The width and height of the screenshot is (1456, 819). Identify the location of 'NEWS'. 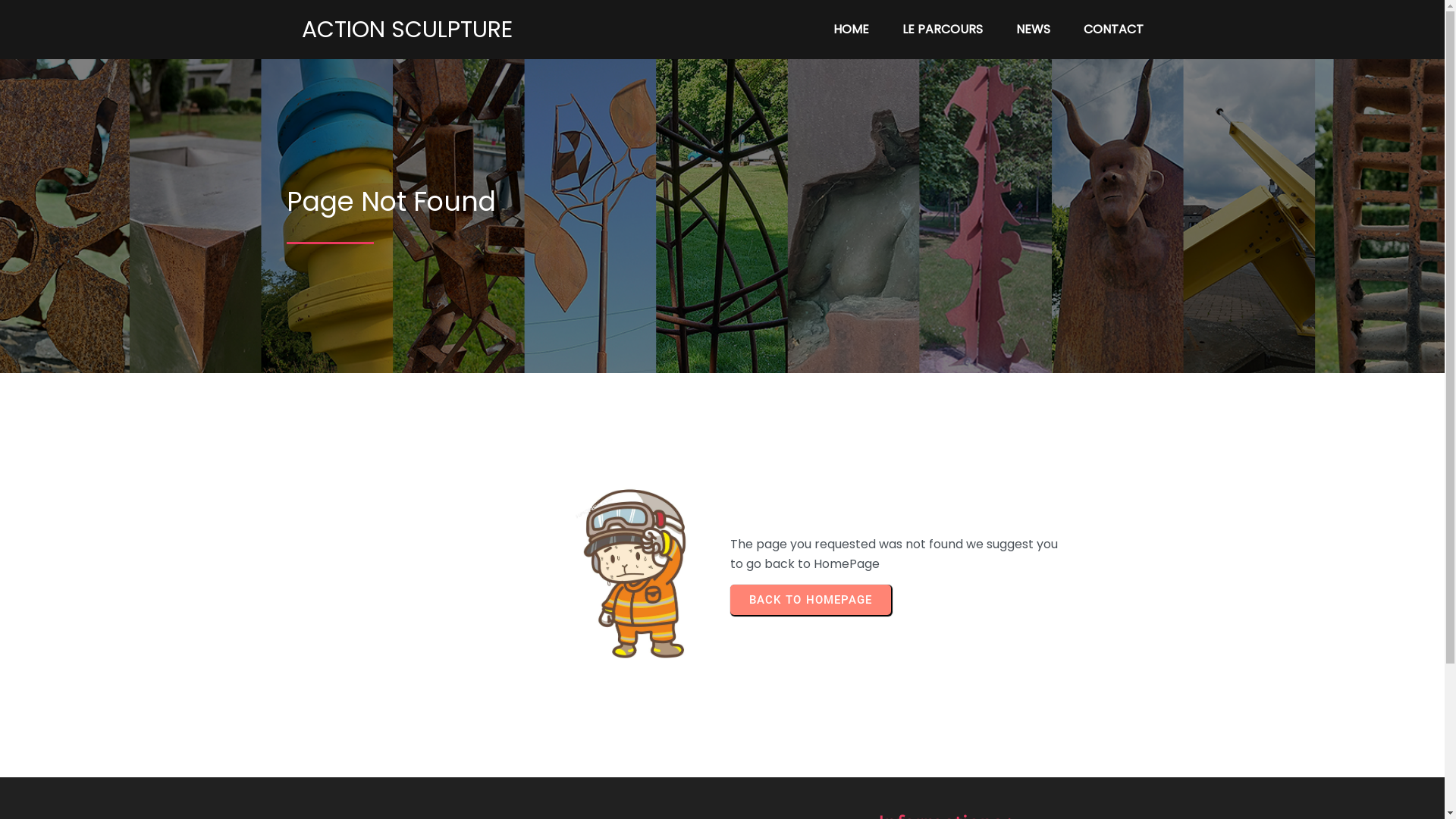
(1032, 29).